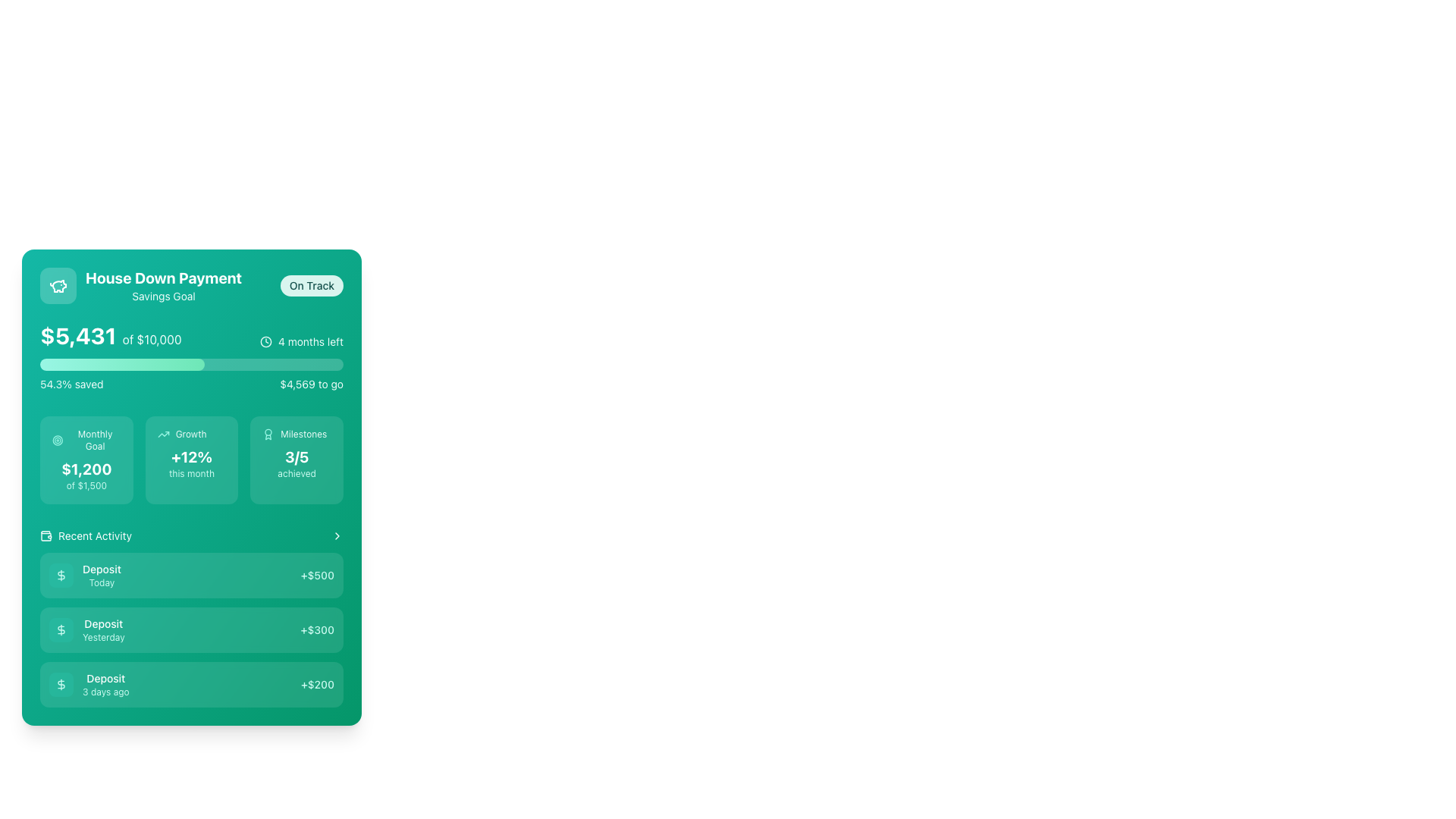 This screenshot has width=1456, height=819. Describe the element at coordinates (311, 286) in the screenshot. I see `the pill-shaped label with the text 'On Track', which has a light teal background and is positioned at the top right corner of the green card section next to the main heading 'House Down Payment'` at that location.